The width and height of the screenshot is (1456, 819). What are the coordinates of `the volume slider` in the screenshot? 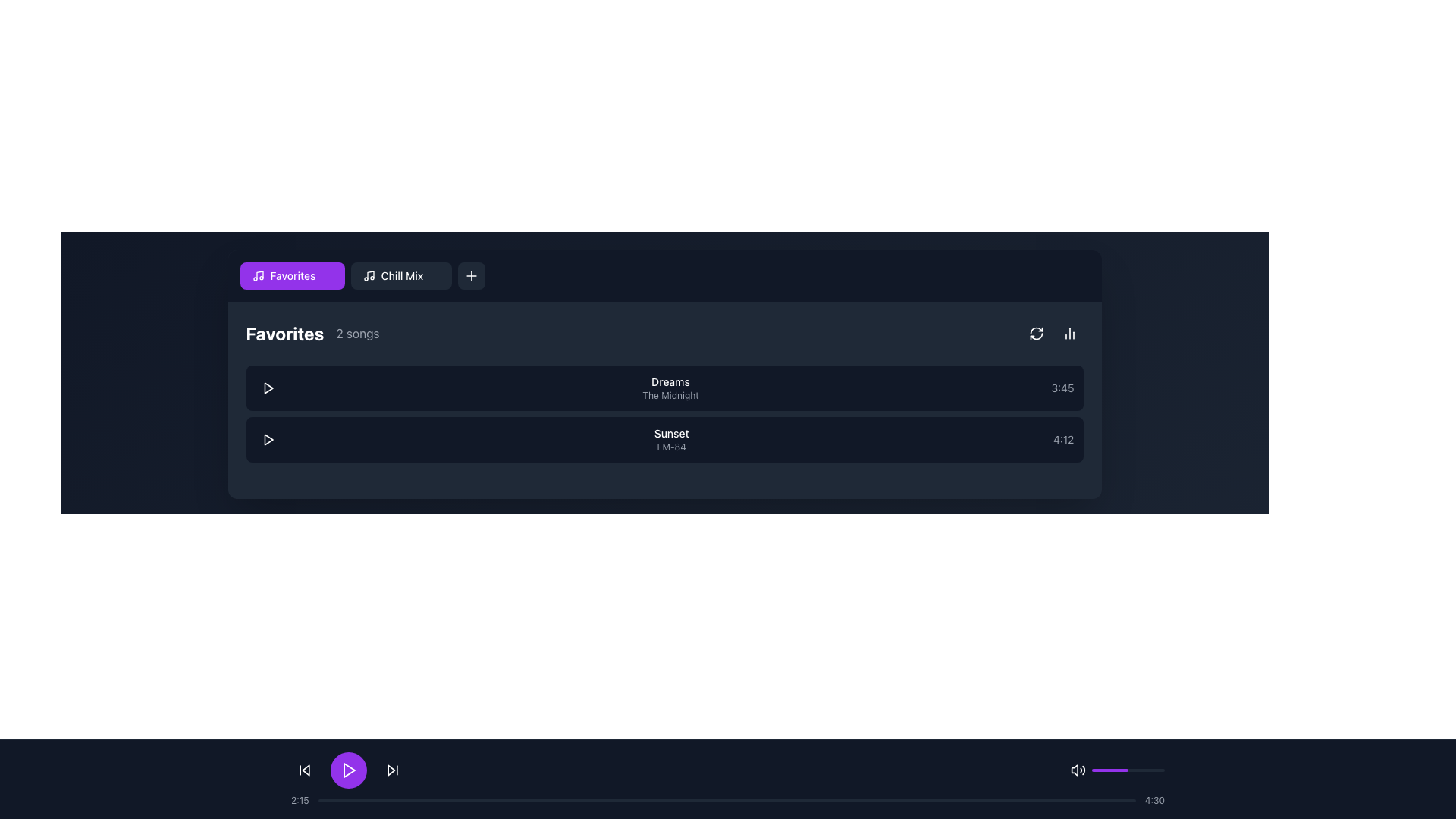 It's located at (1139, 770).